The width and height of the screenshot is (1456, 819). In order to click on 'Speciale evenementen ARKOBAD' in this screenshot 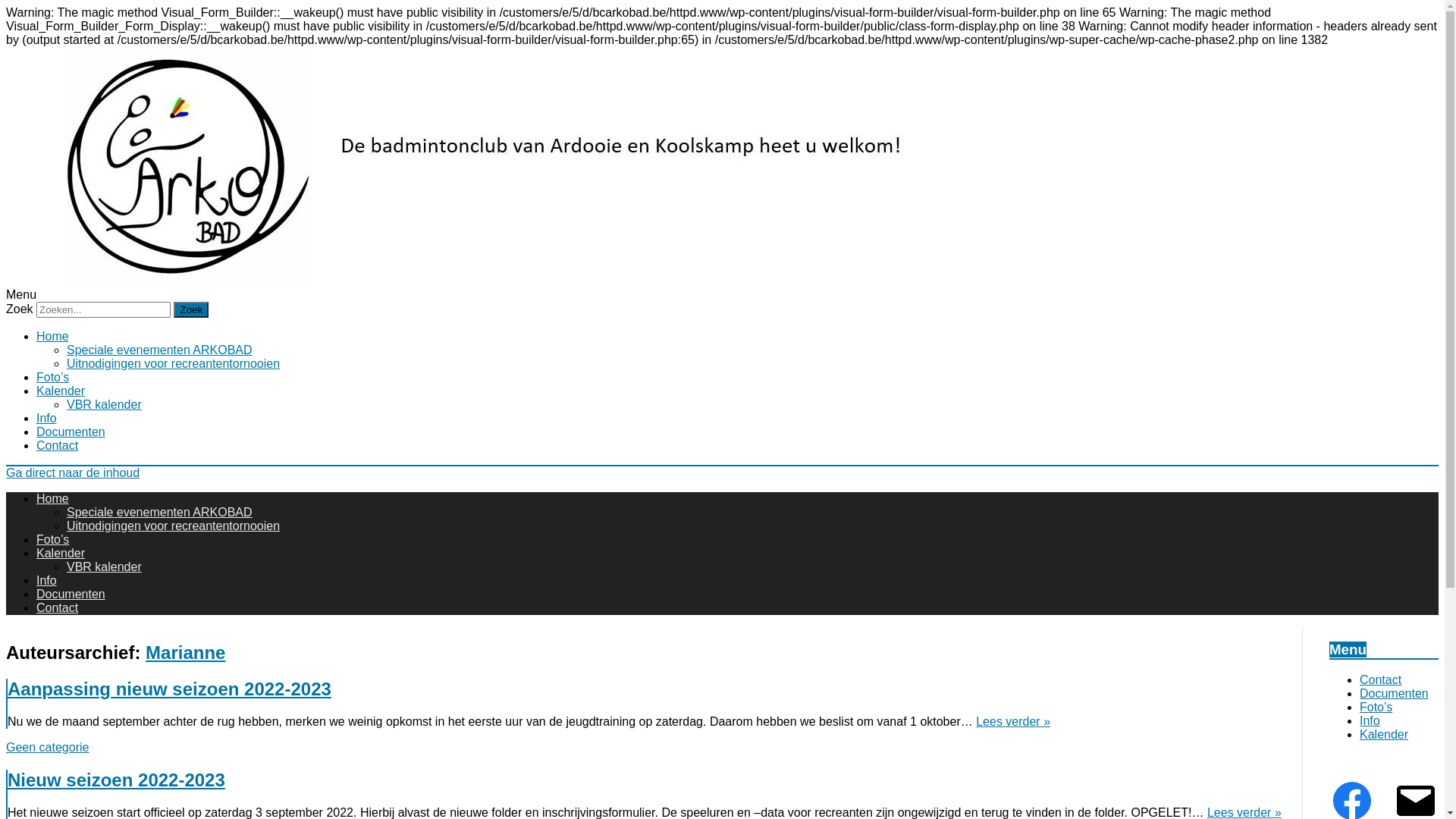, I will do `click(65, 512)`.